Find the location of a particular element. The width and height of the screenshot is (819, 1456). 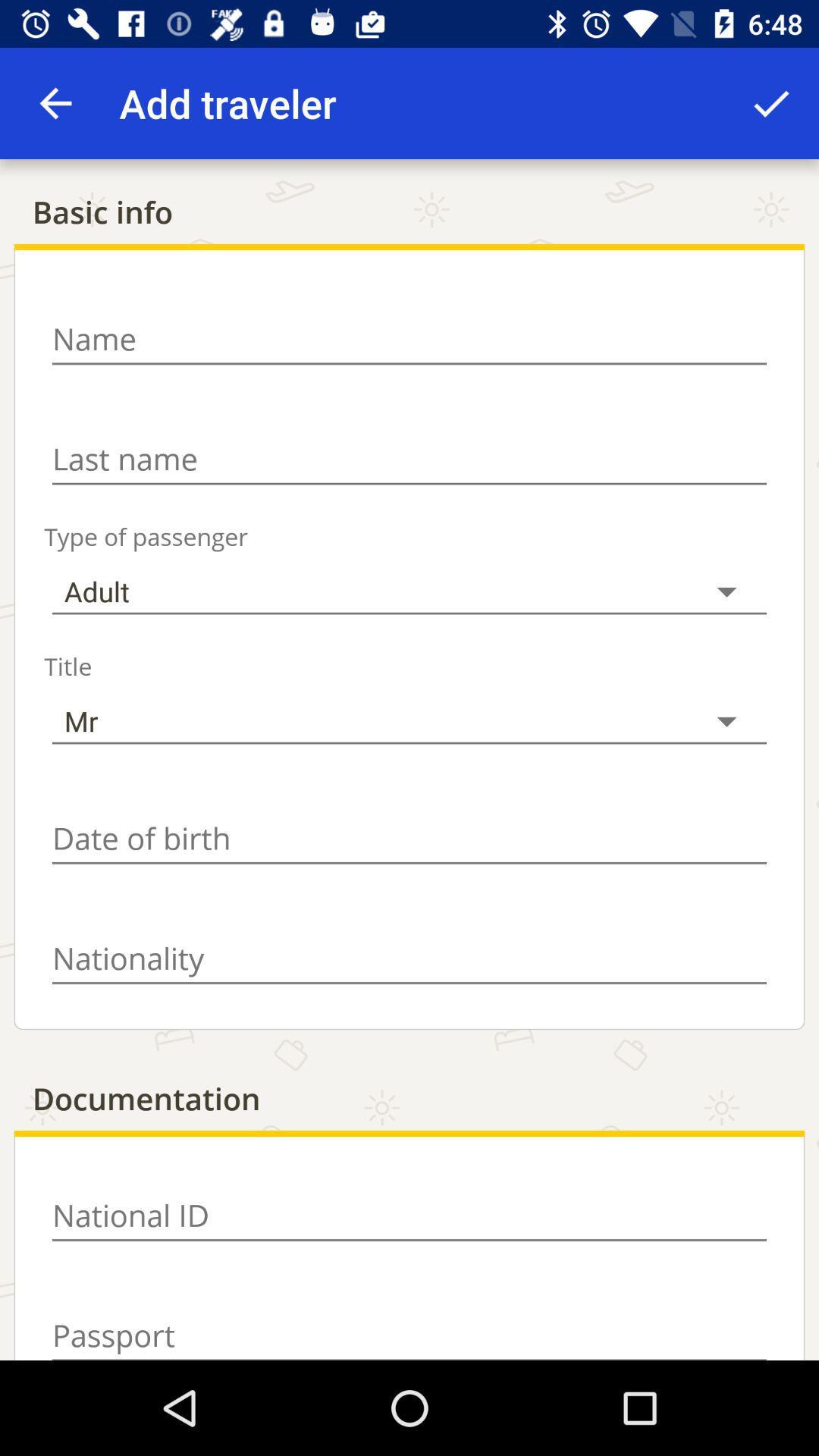

input information is located at coordinates (409, 1216).